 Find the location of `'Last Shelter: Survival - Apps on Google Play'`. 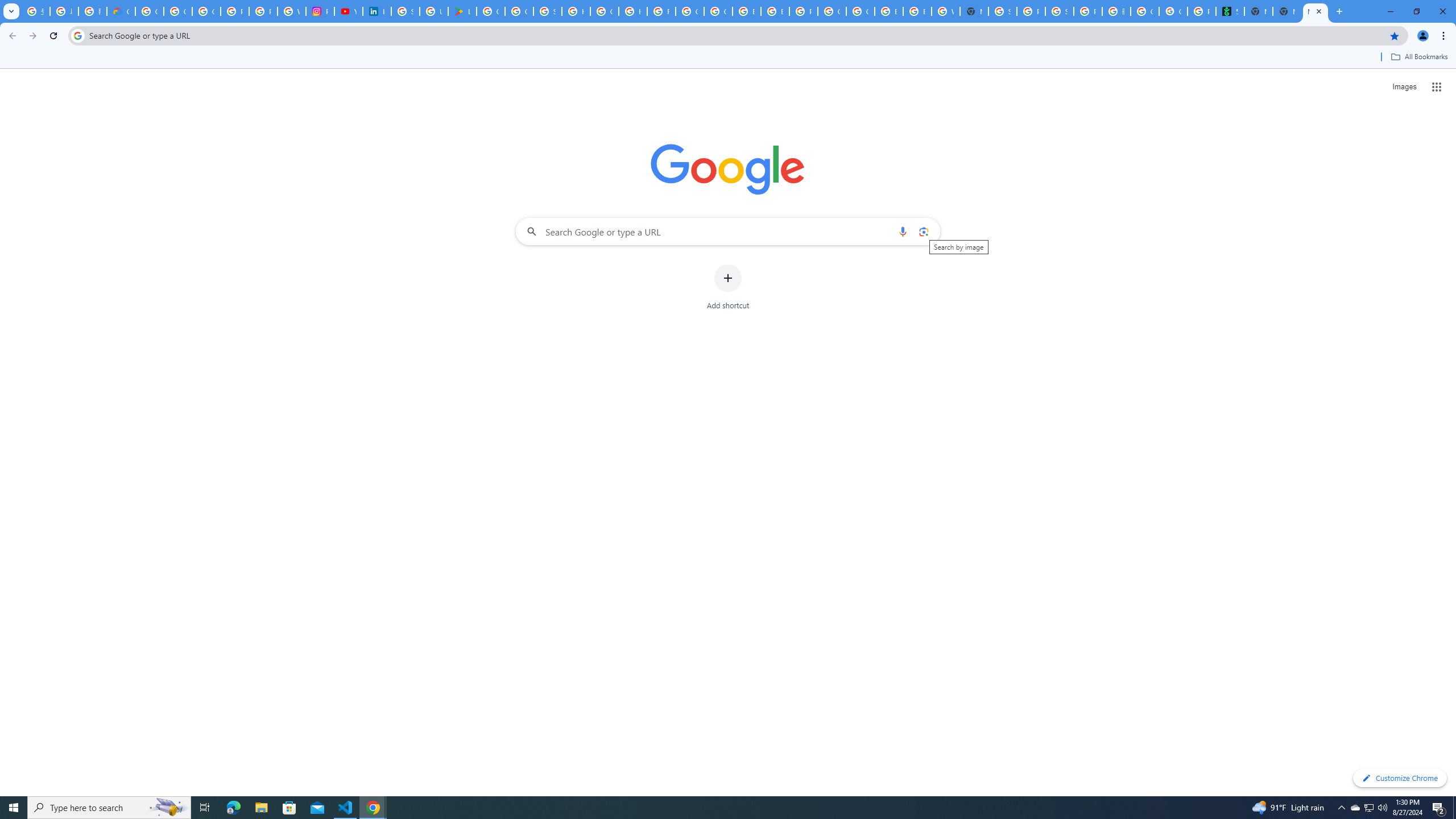

'Last Shelter: Survival - Apps on Google Play' is located at coordinates (461, 11).